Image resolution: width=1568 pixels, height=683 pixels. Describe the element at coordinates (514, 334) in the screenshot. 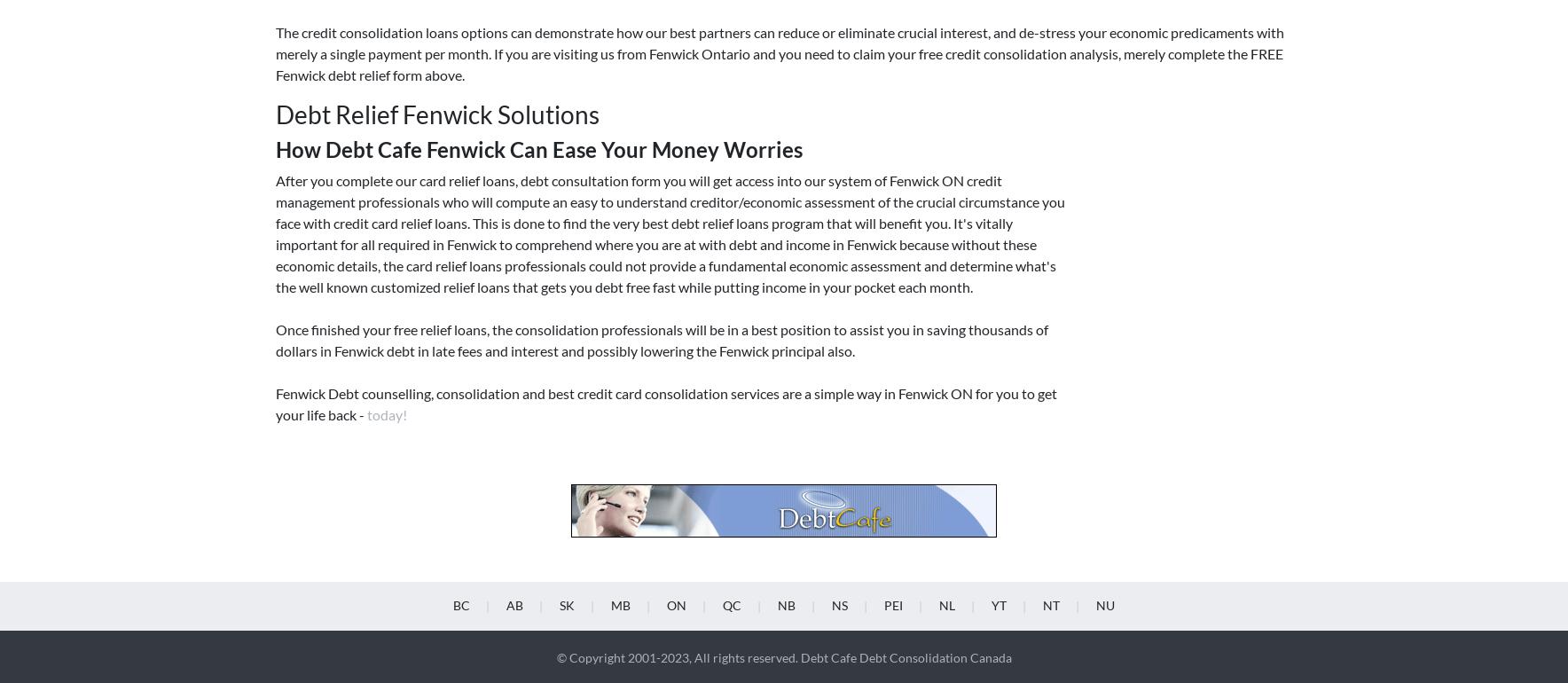

I see `'AB'` at that location.